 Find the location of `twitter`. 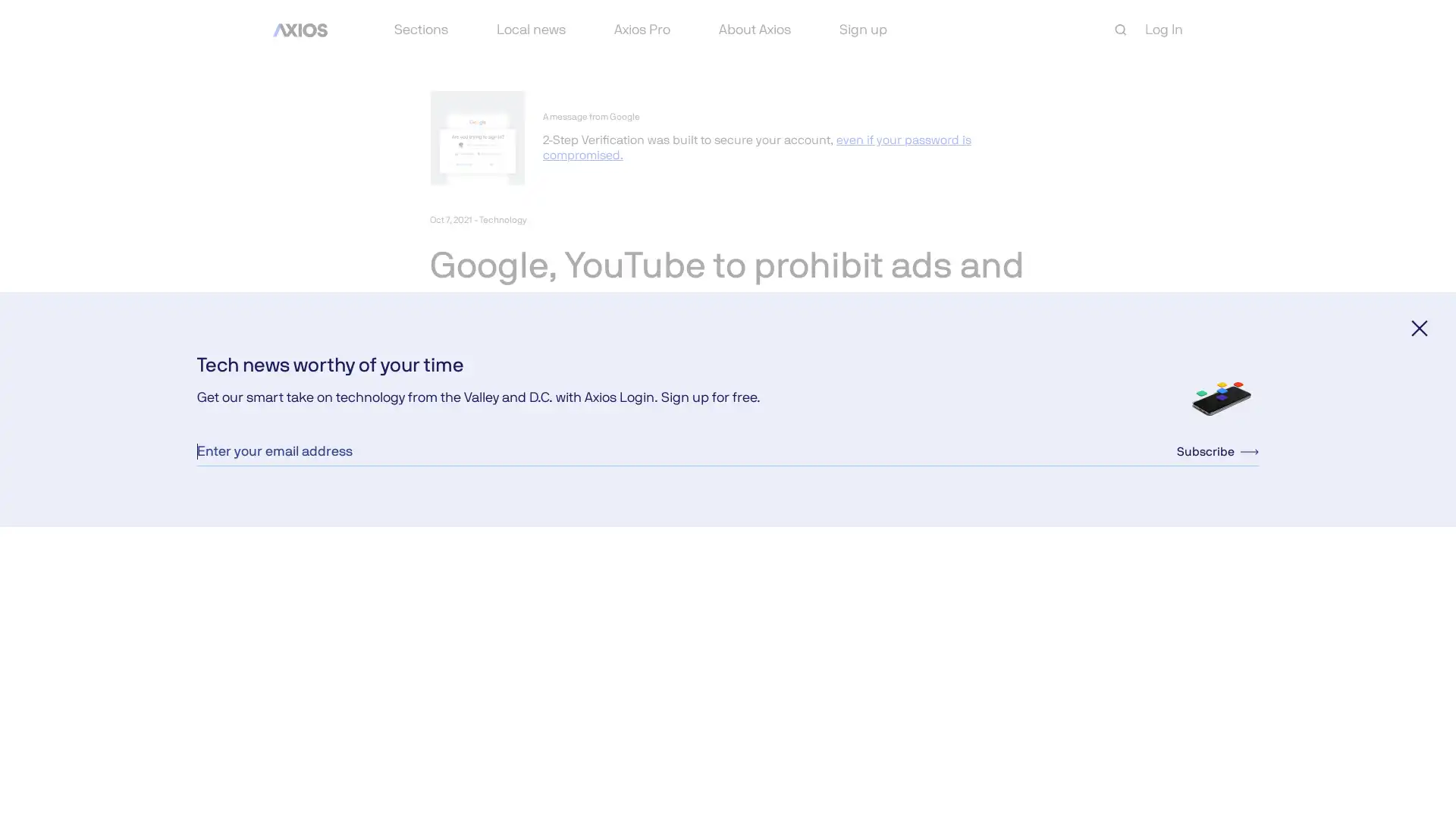

twitter is located at coordinates (476, 457).